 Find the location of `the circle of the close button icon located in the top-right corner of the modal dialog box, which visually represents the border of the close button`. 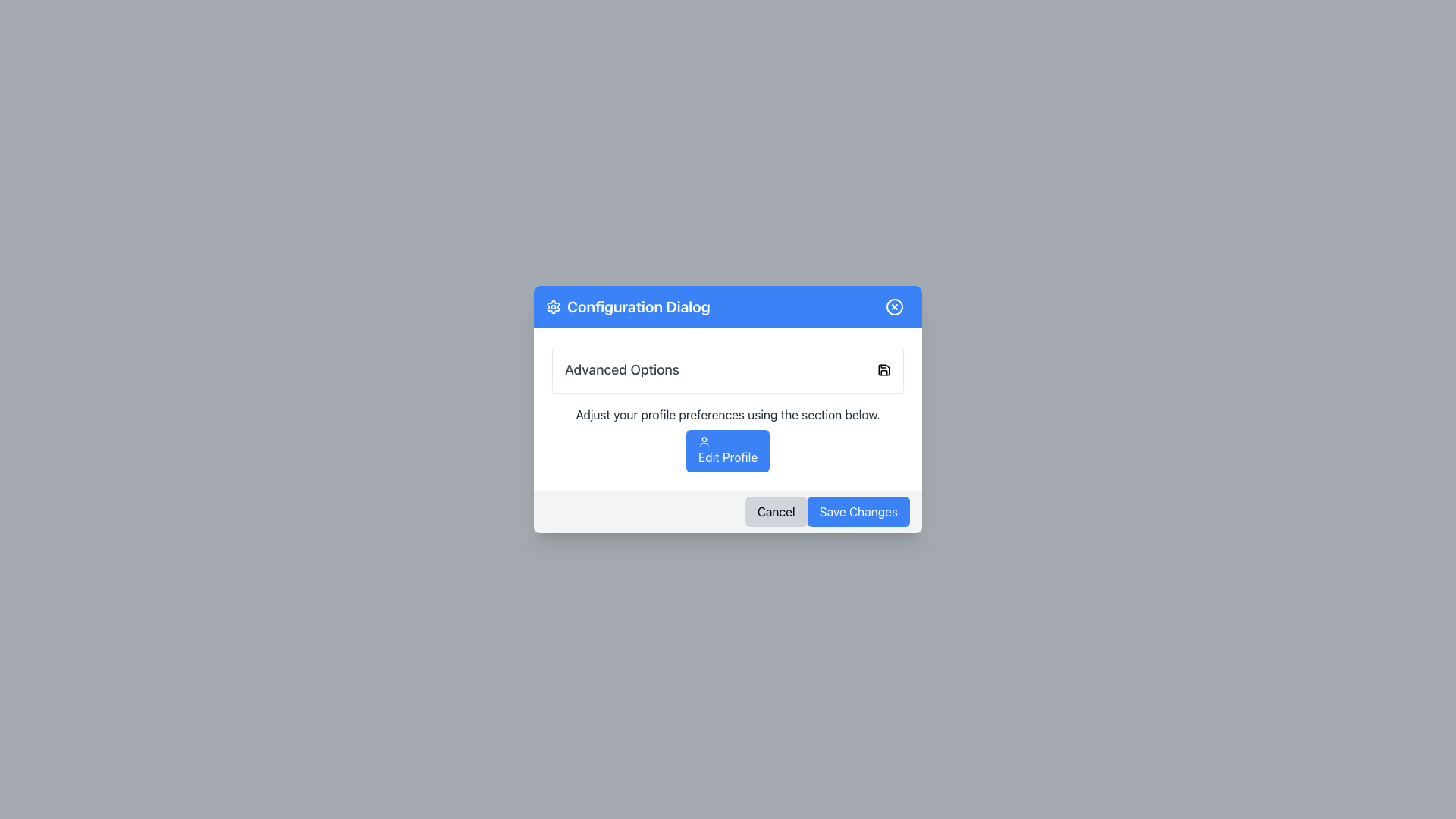

the circle of the close button icon located in the top-right corner of the modal dialog box, which visually represents the border of the close button is located at coordinates (895, 307).